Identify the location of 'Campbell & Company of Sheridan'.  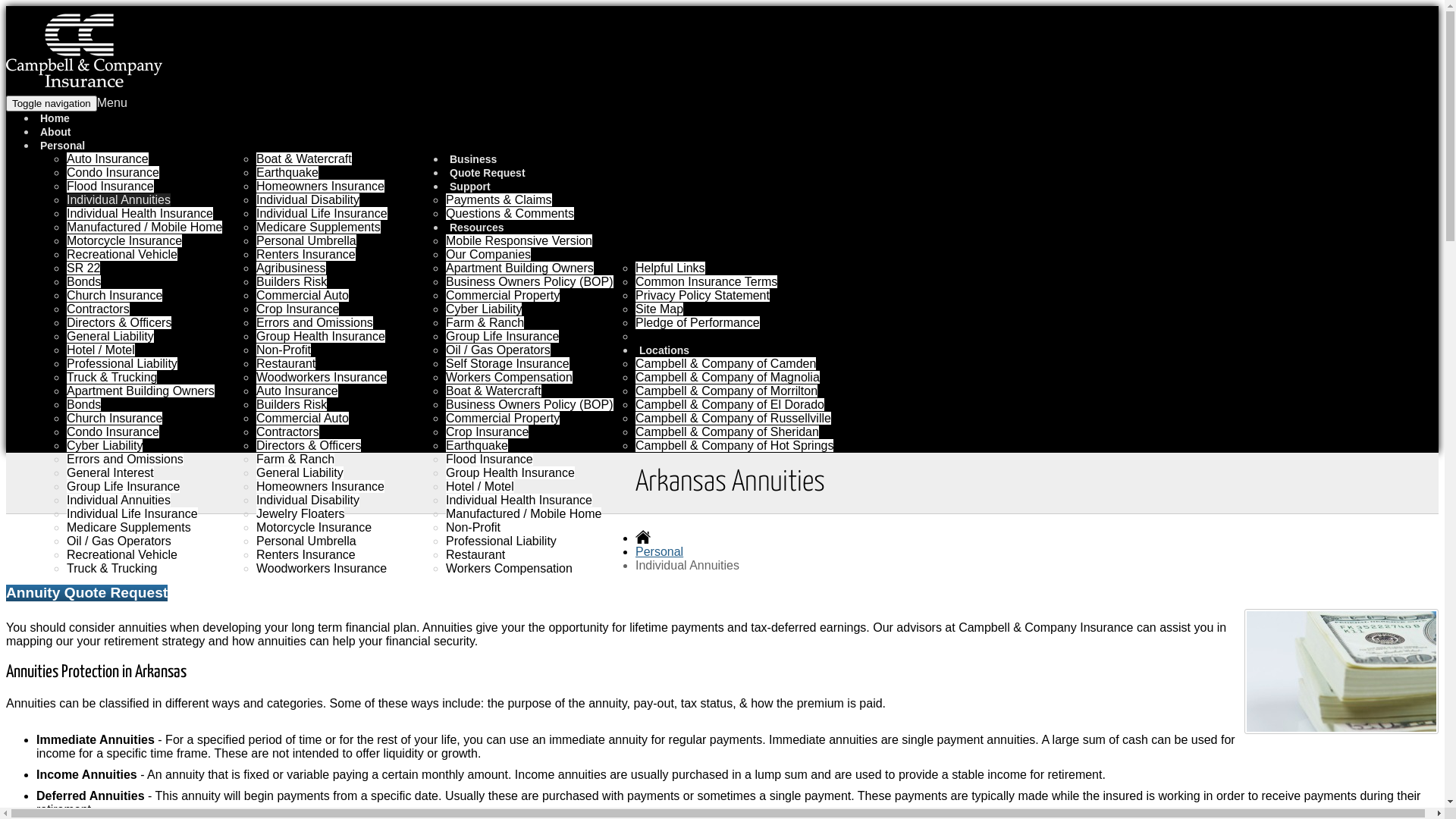
(726, 431).